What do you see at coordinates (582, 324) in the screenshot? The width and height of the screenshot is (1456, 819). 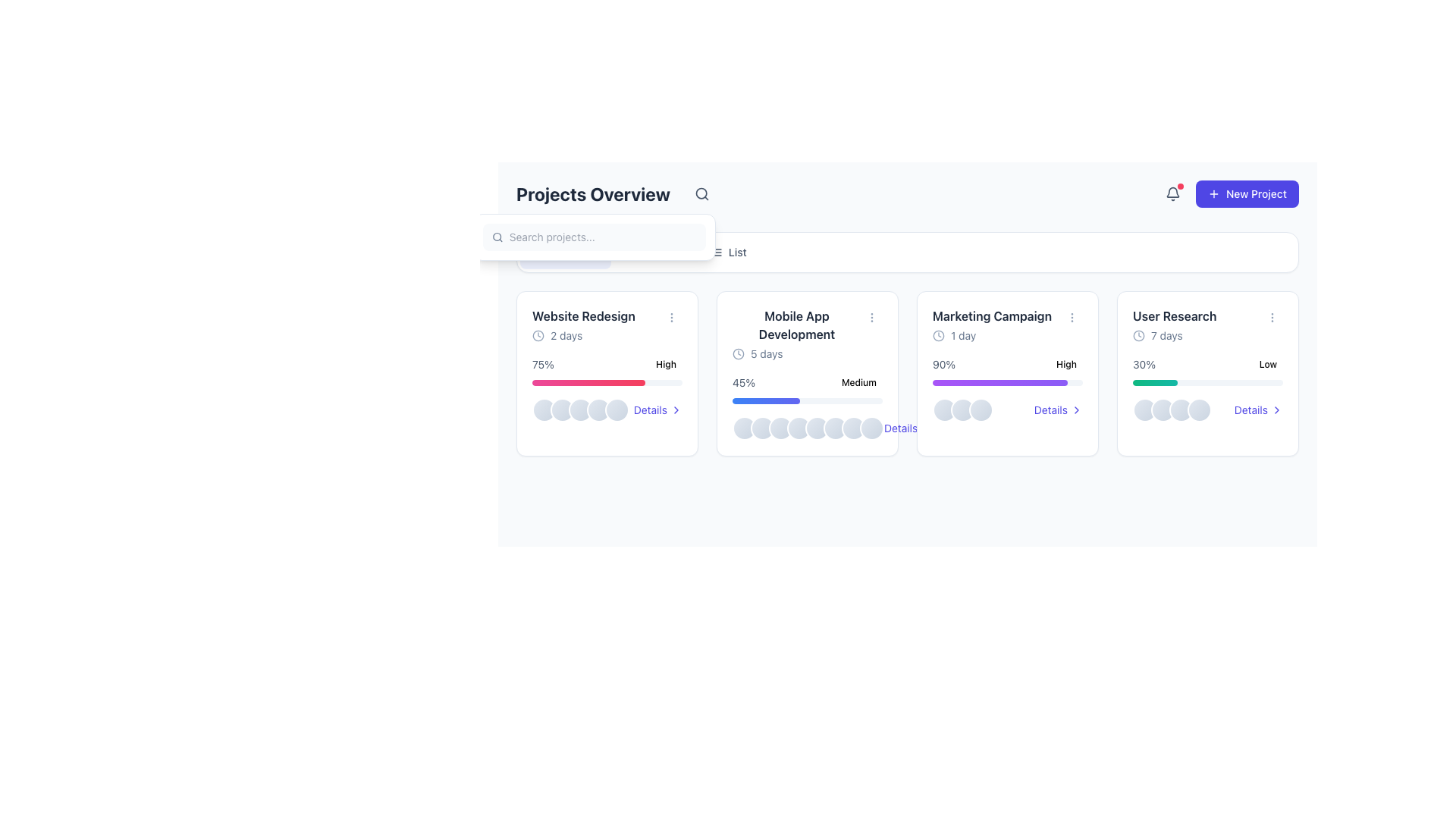 I see `the 'Website Redesign' text block in the top-left section of the first project card` at bounding box center [582, 324].